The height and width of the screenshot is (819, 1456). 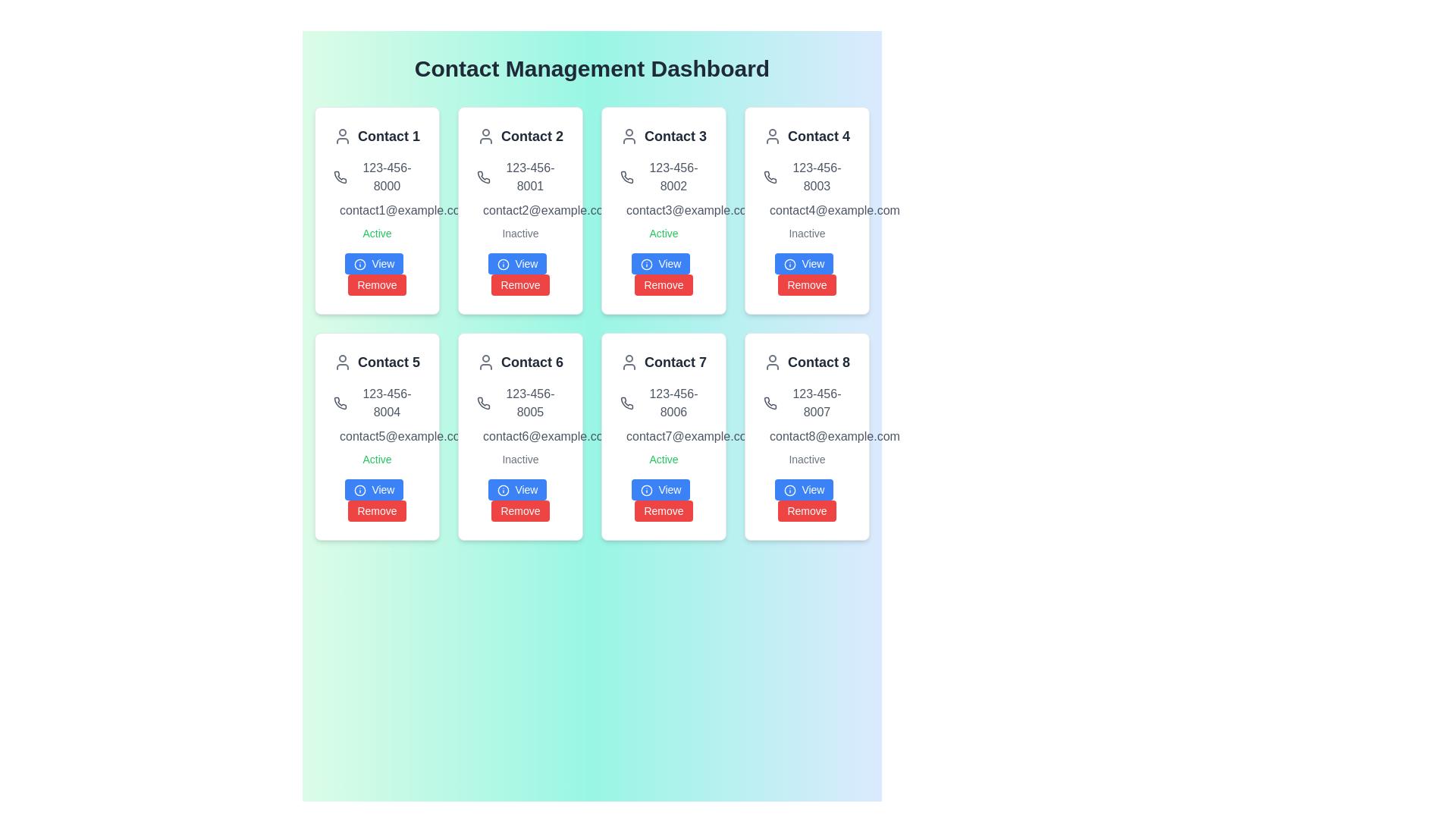 I want to click on the remove button located at the bottom of the Contact 3 card, so click(x=664, y=275).